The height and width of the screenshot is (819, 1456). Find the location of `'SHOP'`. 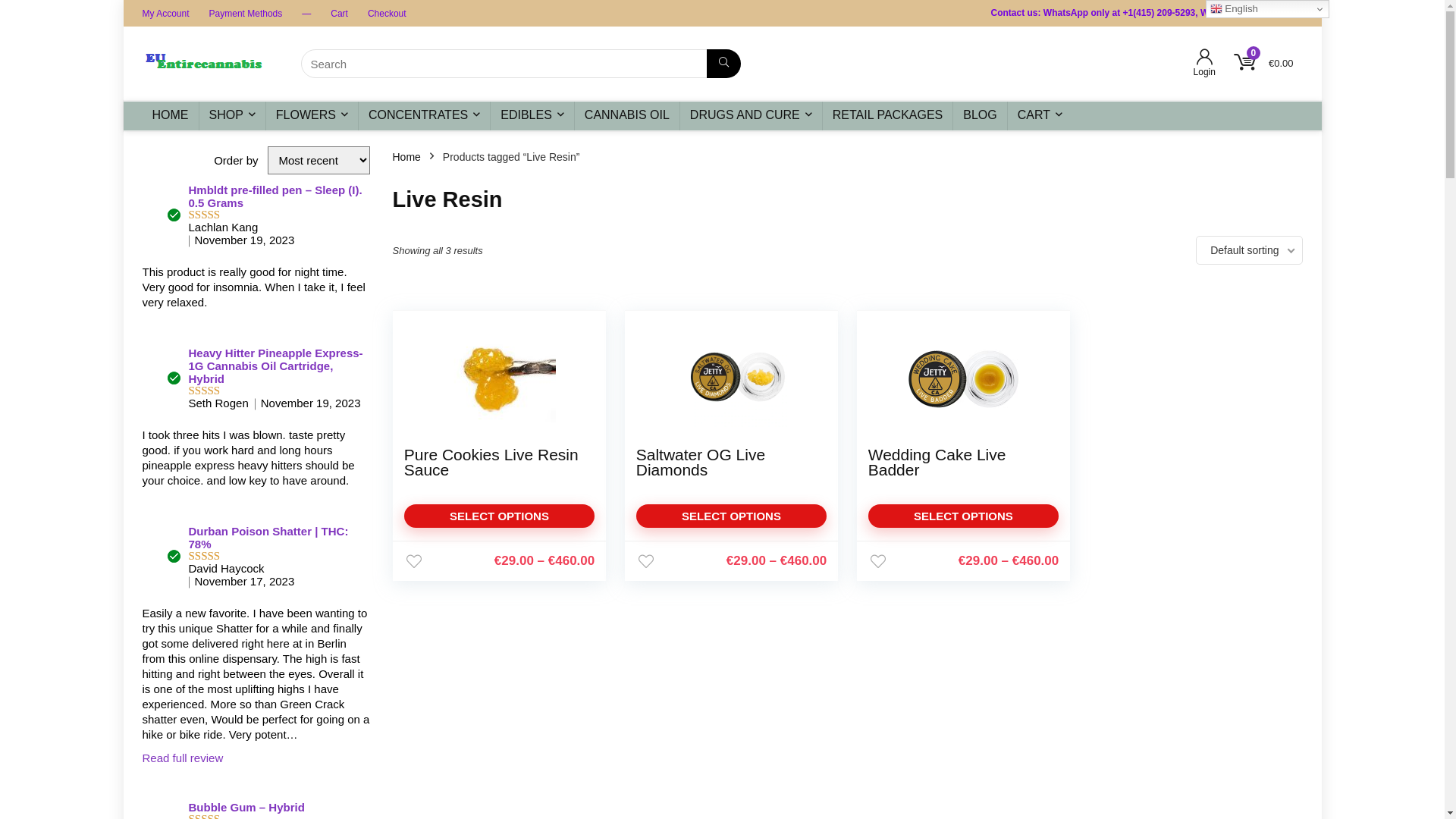

'SHOP' is located at coordinates (231, 115).